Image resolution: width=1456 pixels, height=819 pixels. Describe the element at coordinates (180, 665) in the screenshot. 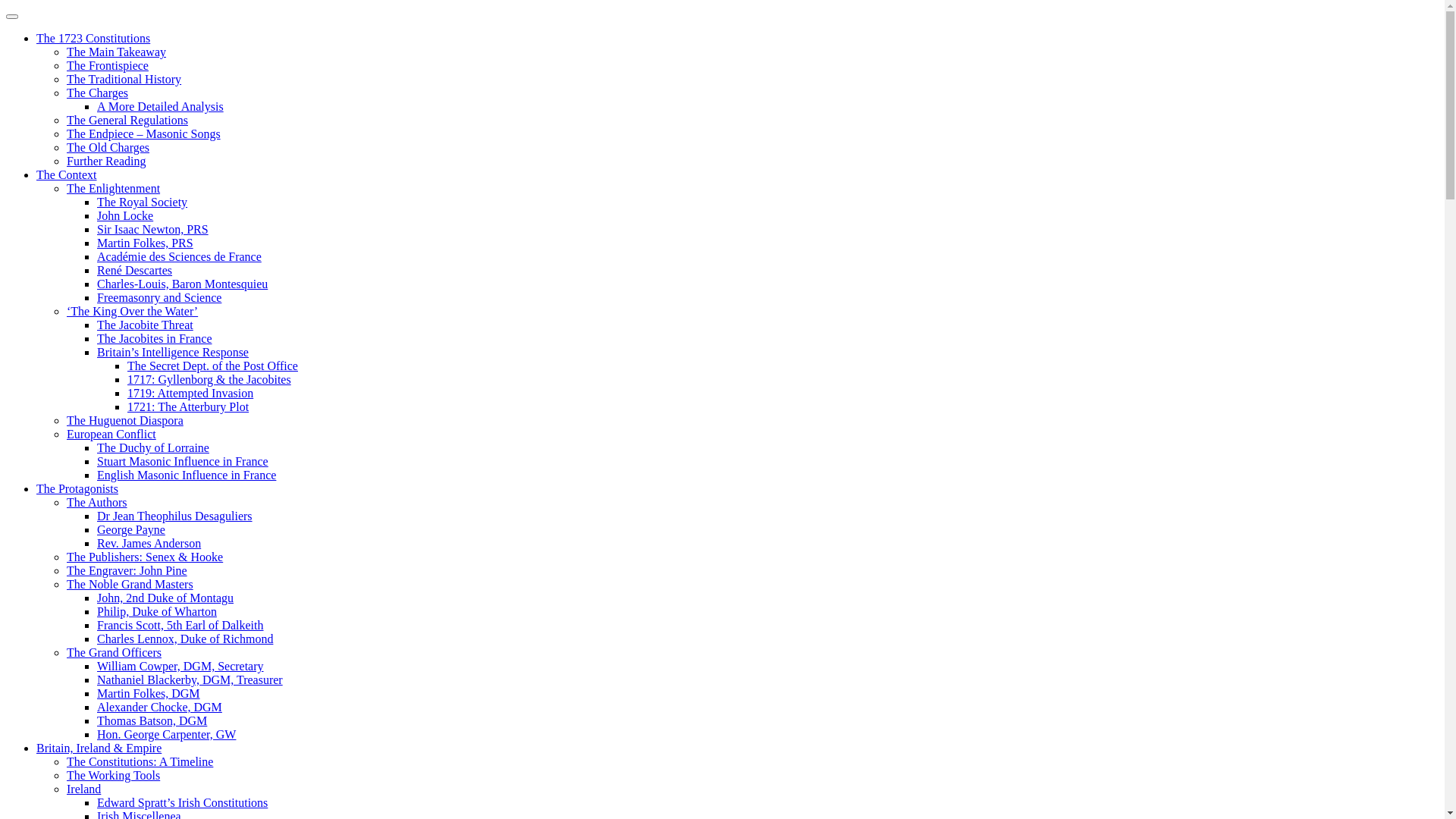

I see `'William Cowper, DGM, Secretary'` at that location.